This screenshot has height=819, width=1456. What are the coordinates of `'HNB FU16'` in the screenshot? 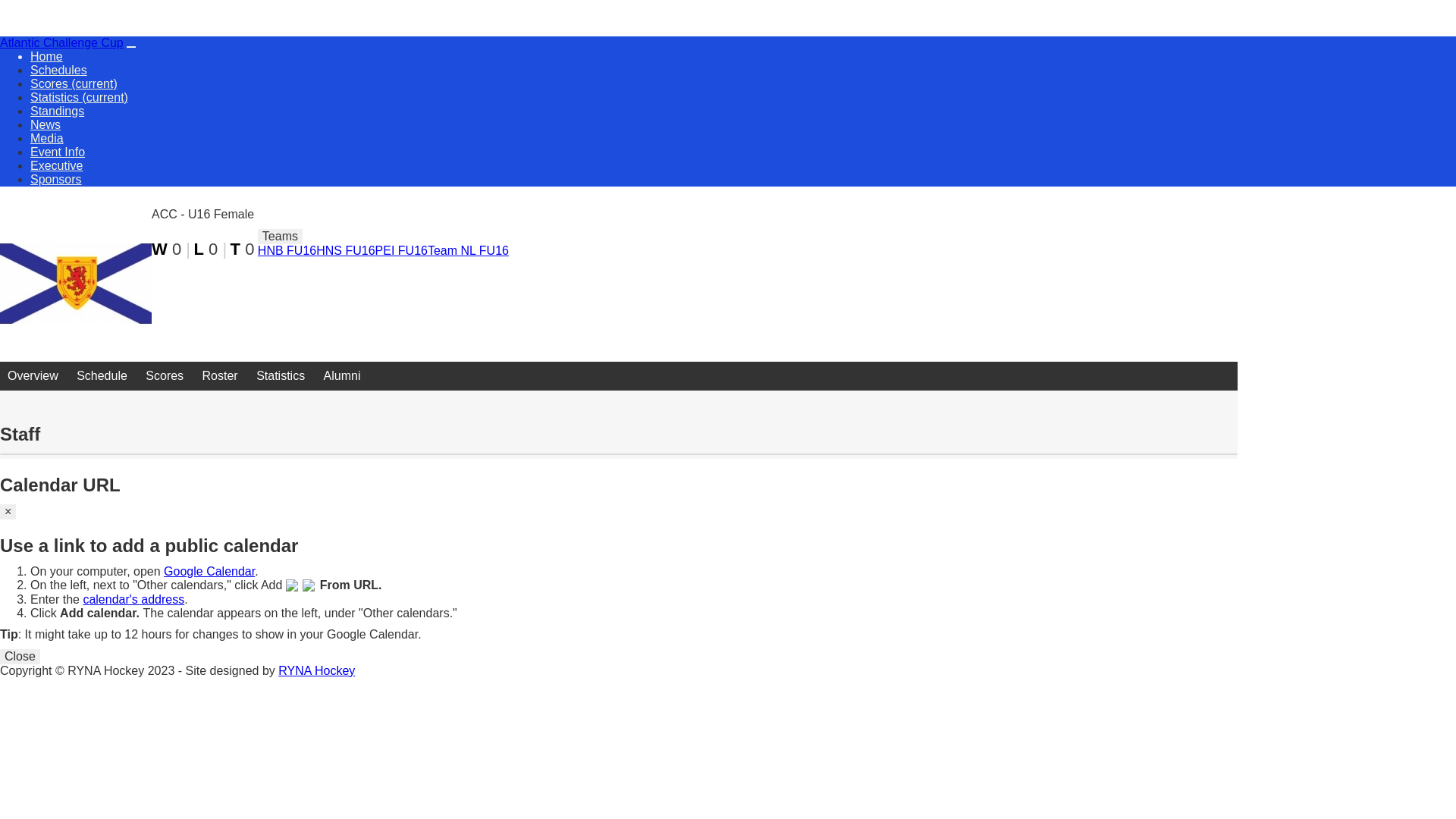 It's located at (287, 249).